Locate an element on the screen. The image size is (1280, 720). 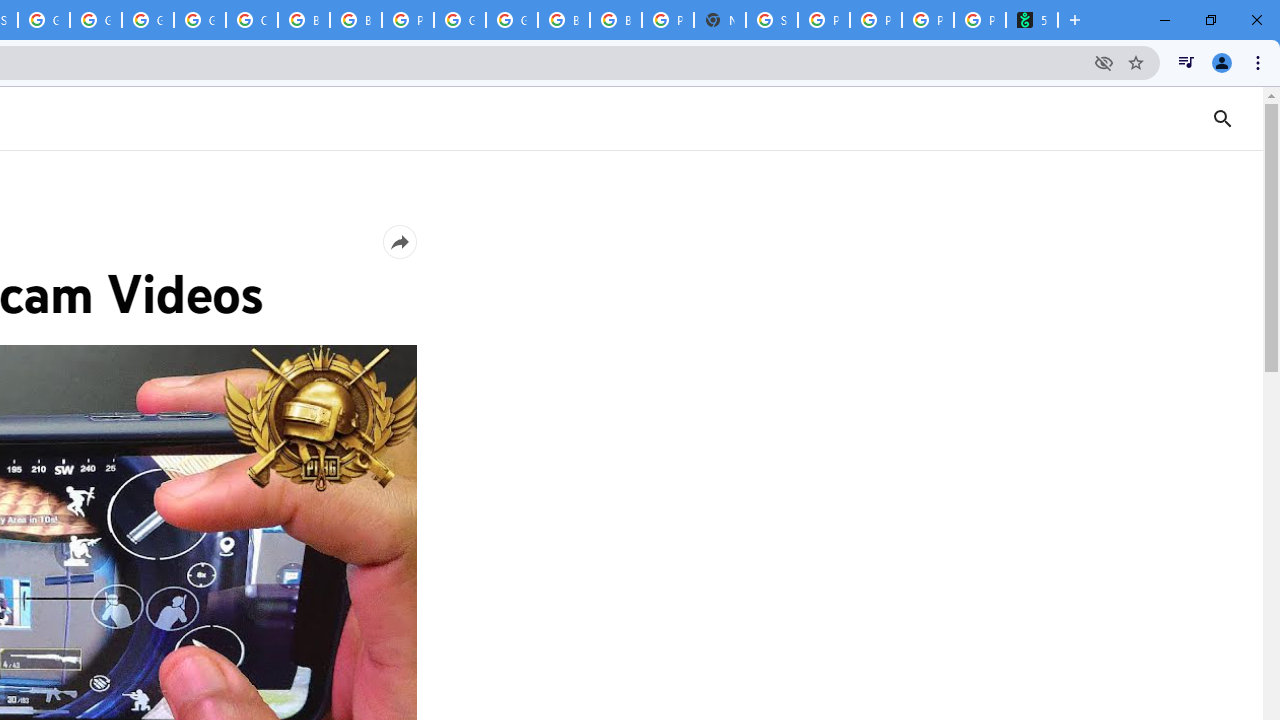
'Google Cloud Platform' is located at coordinates (512, 20).